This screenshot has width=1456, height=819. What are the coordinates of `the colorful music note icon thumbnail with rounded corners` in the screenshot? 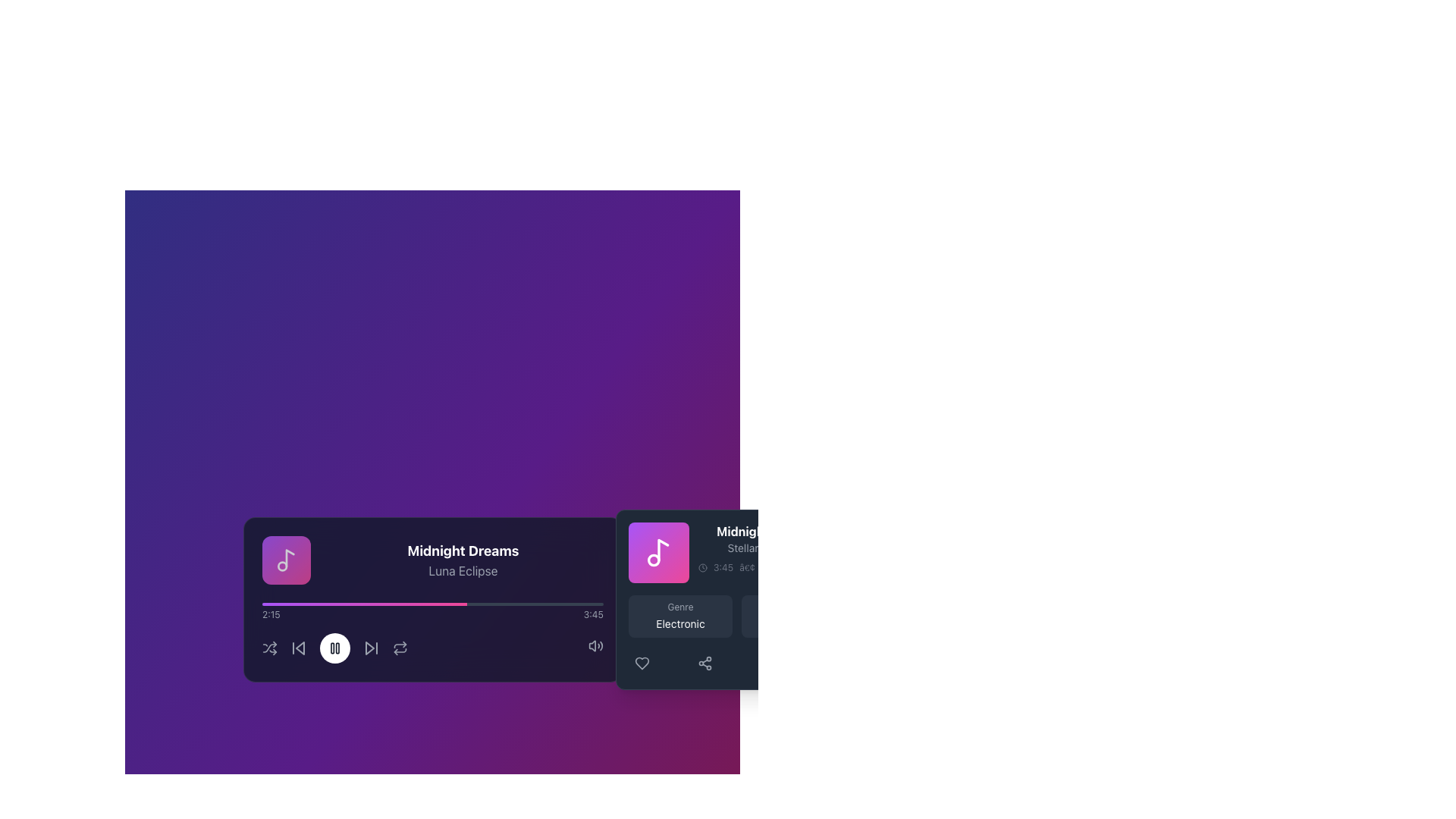 It's located at (658, 553).